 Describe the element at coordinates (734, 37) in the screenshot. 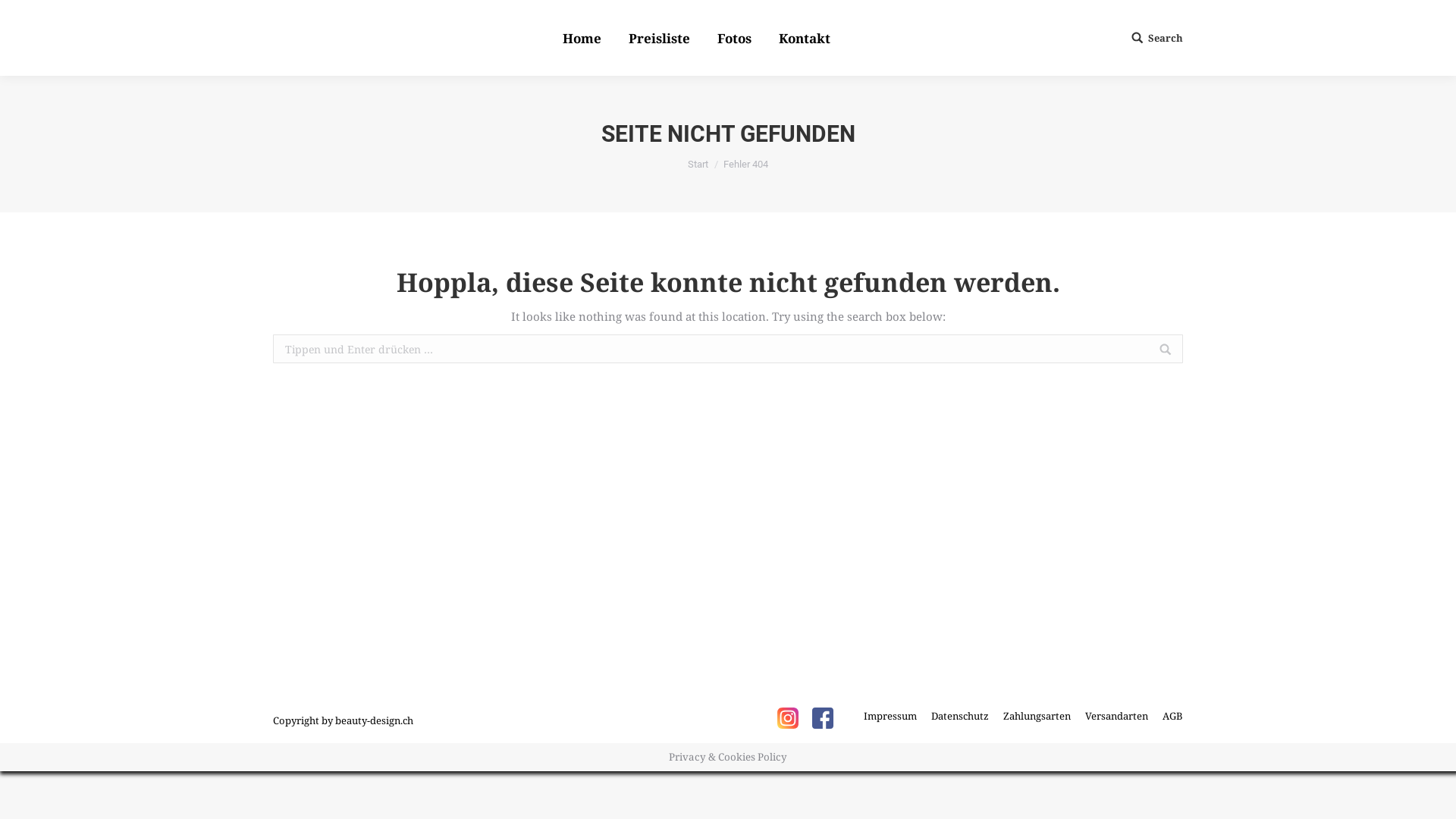

I see `'Fotos'` at that location.